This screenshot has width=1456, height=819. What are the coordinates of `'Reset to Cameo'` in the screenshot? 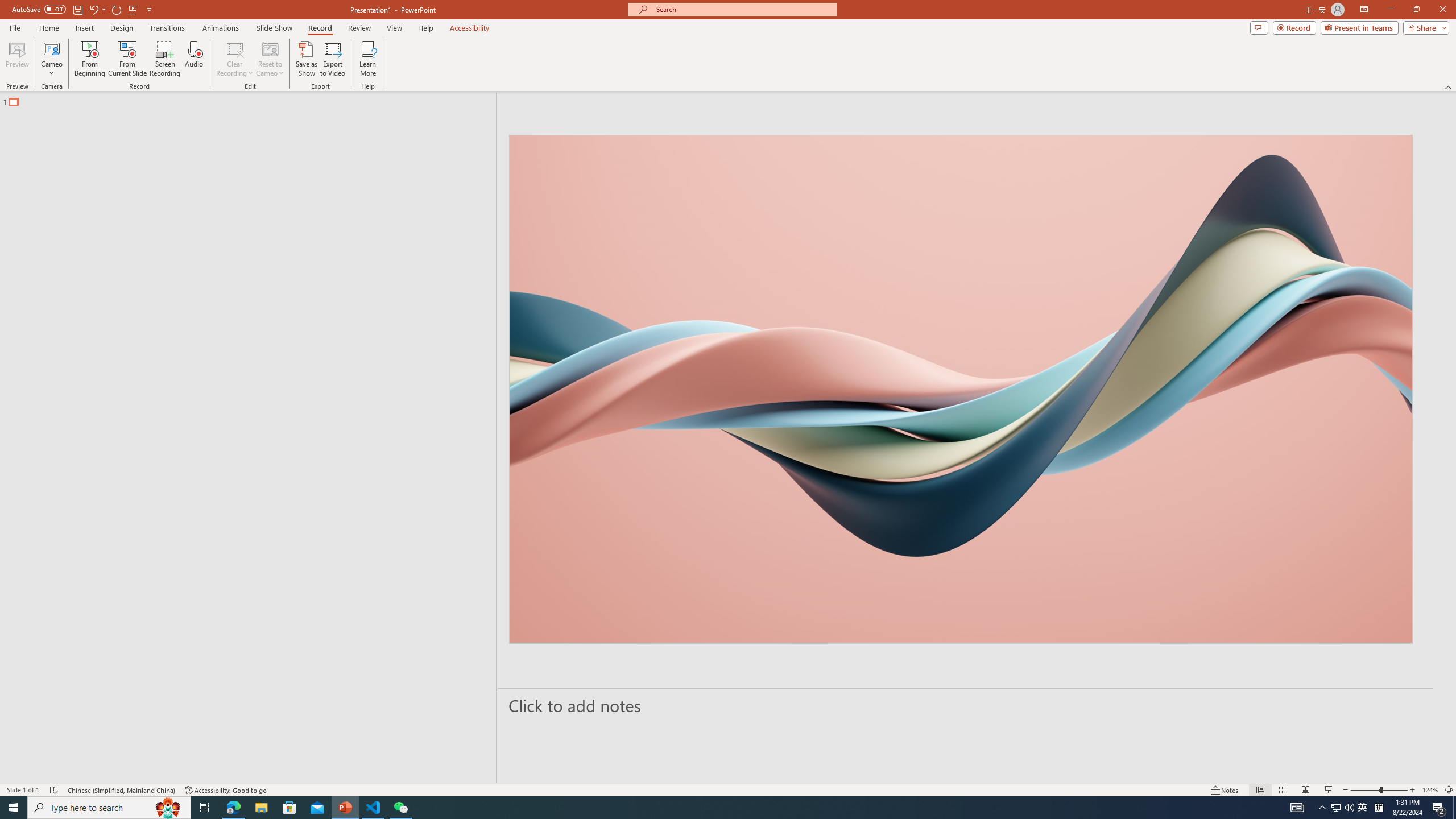 It's located at (269, 59).